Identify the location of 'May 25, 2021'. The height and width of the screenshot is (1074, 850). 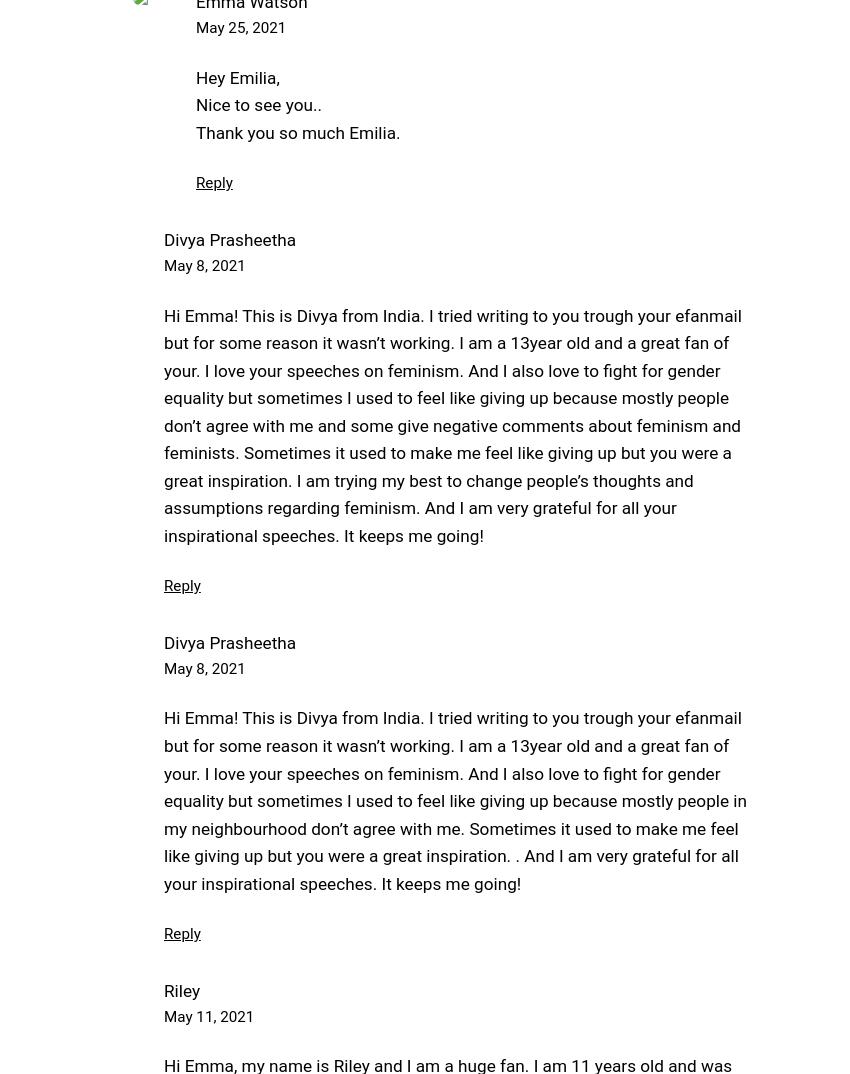
(240, 27).